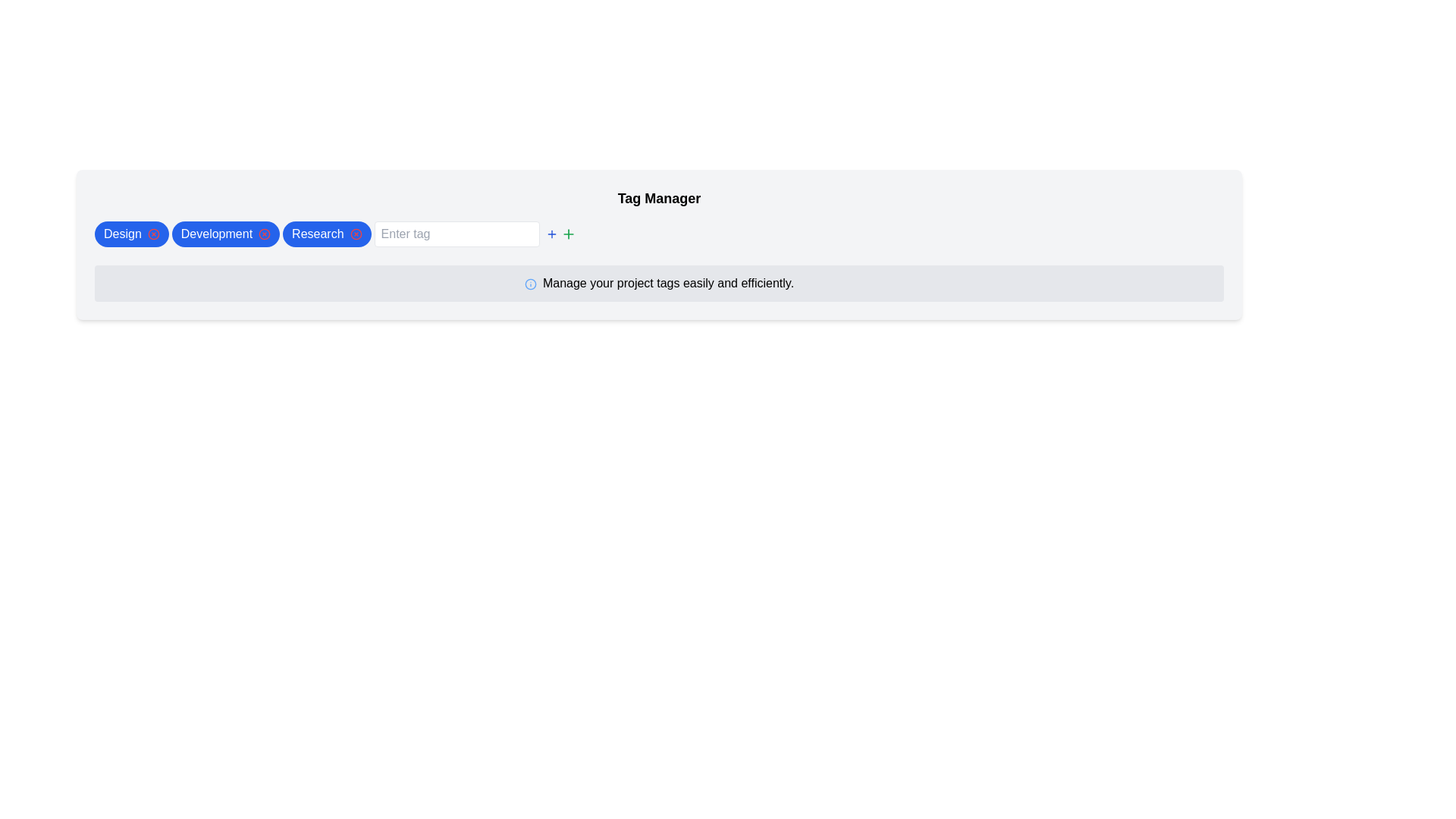 The width and height of the screenshot is (1456, 819). I want to click on the circular close icon with a cross inside, located on the left side of the 'Development' button, so click(265, 234).